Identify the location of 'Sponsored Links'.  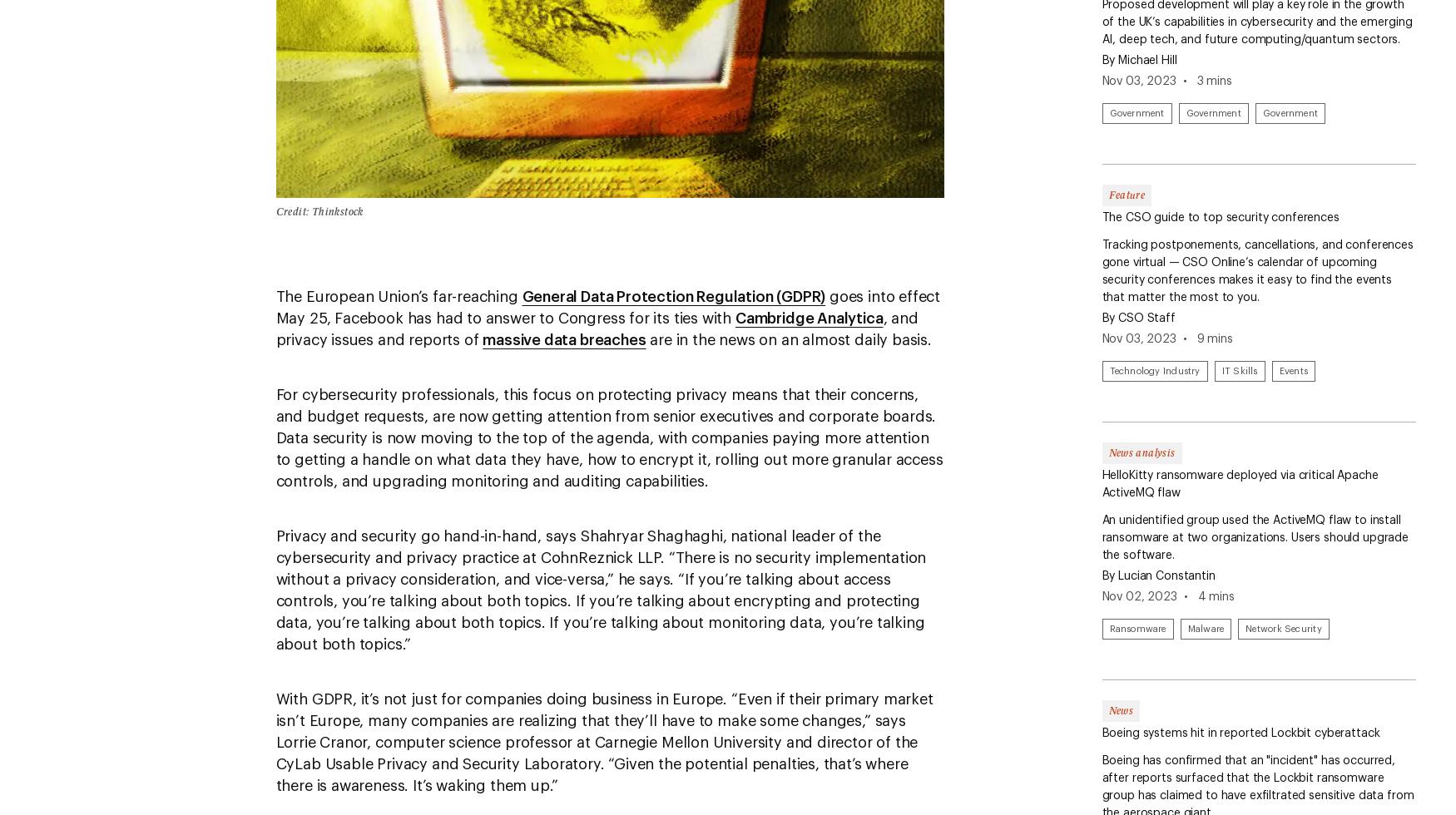
(101, 528).